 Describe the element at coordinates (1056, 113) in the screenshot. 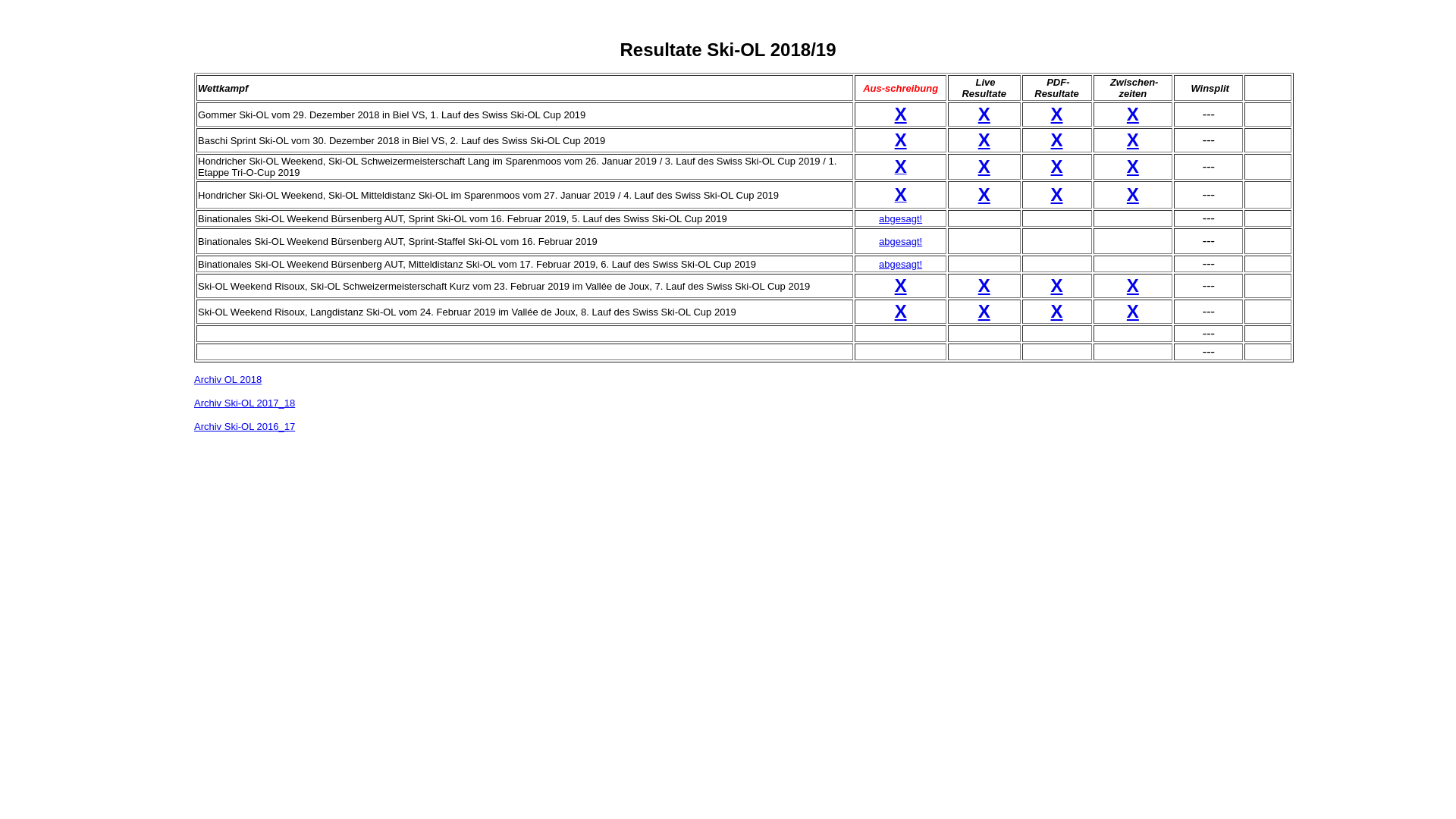

I see `'X'` at that location.